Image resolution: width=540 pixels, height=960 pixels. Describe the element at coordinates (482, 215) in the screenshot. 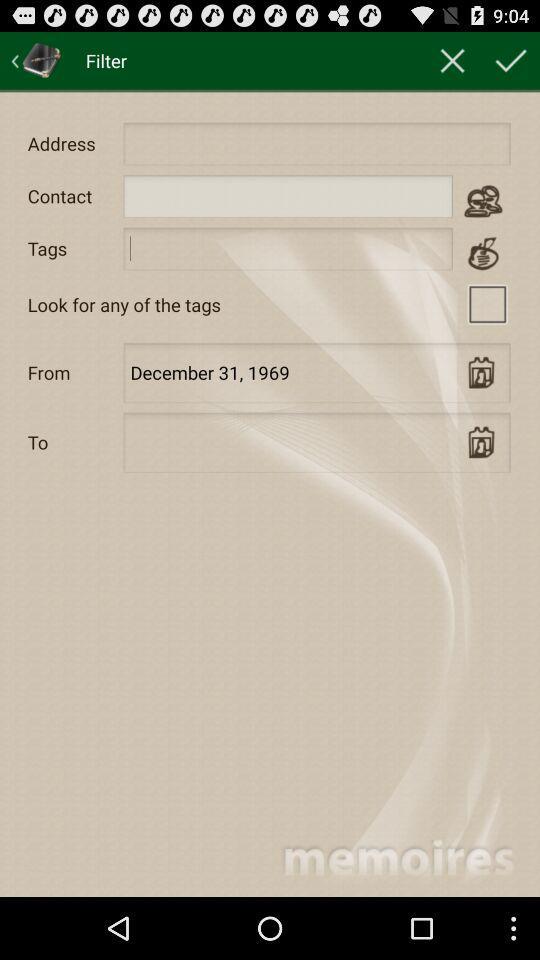

I see `the group icon` at that location.